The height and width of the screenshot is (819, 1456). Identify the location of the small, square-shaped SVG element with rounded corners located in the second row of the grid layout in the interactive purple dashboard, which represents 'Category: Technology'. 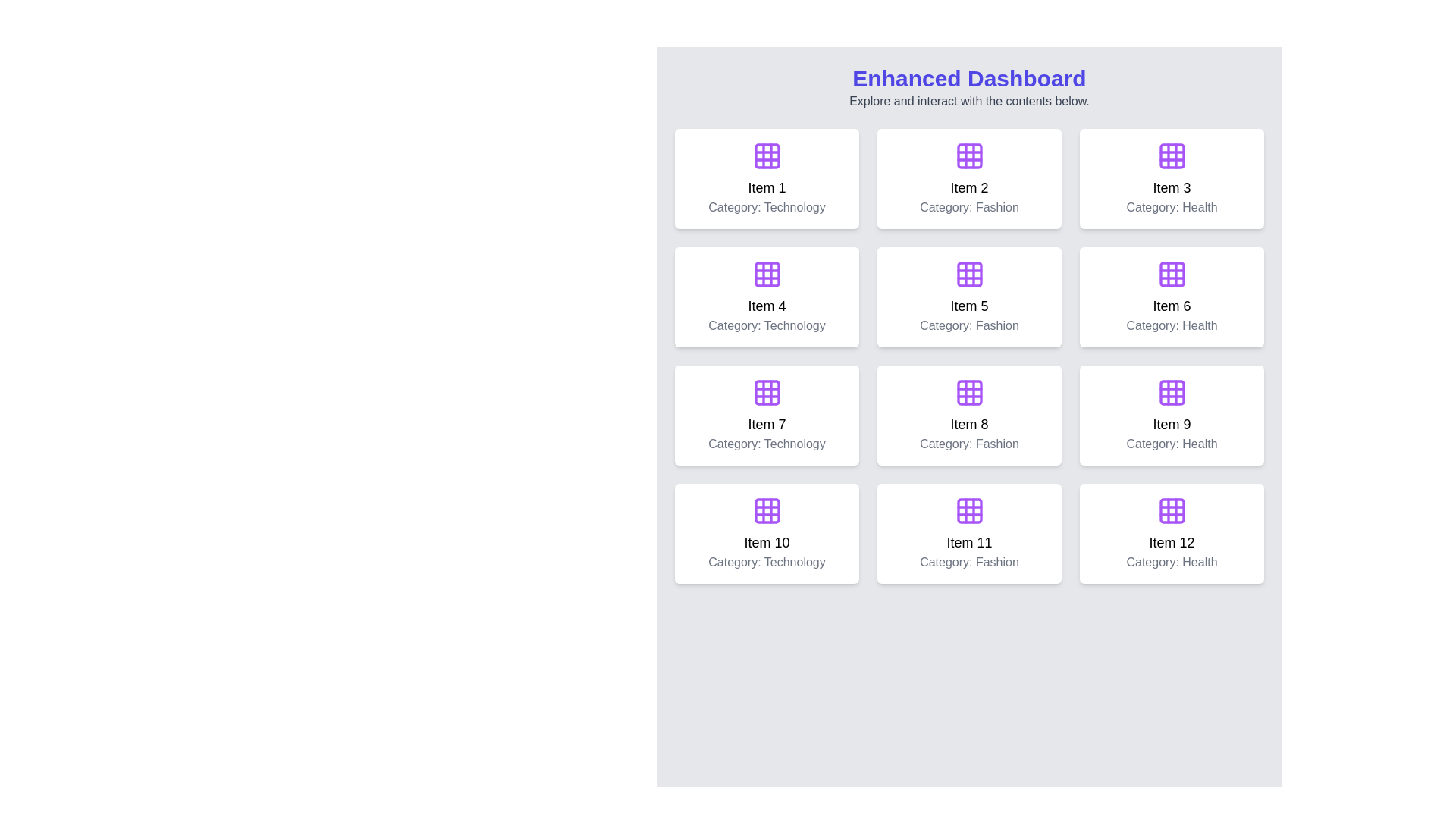
(767, 275).